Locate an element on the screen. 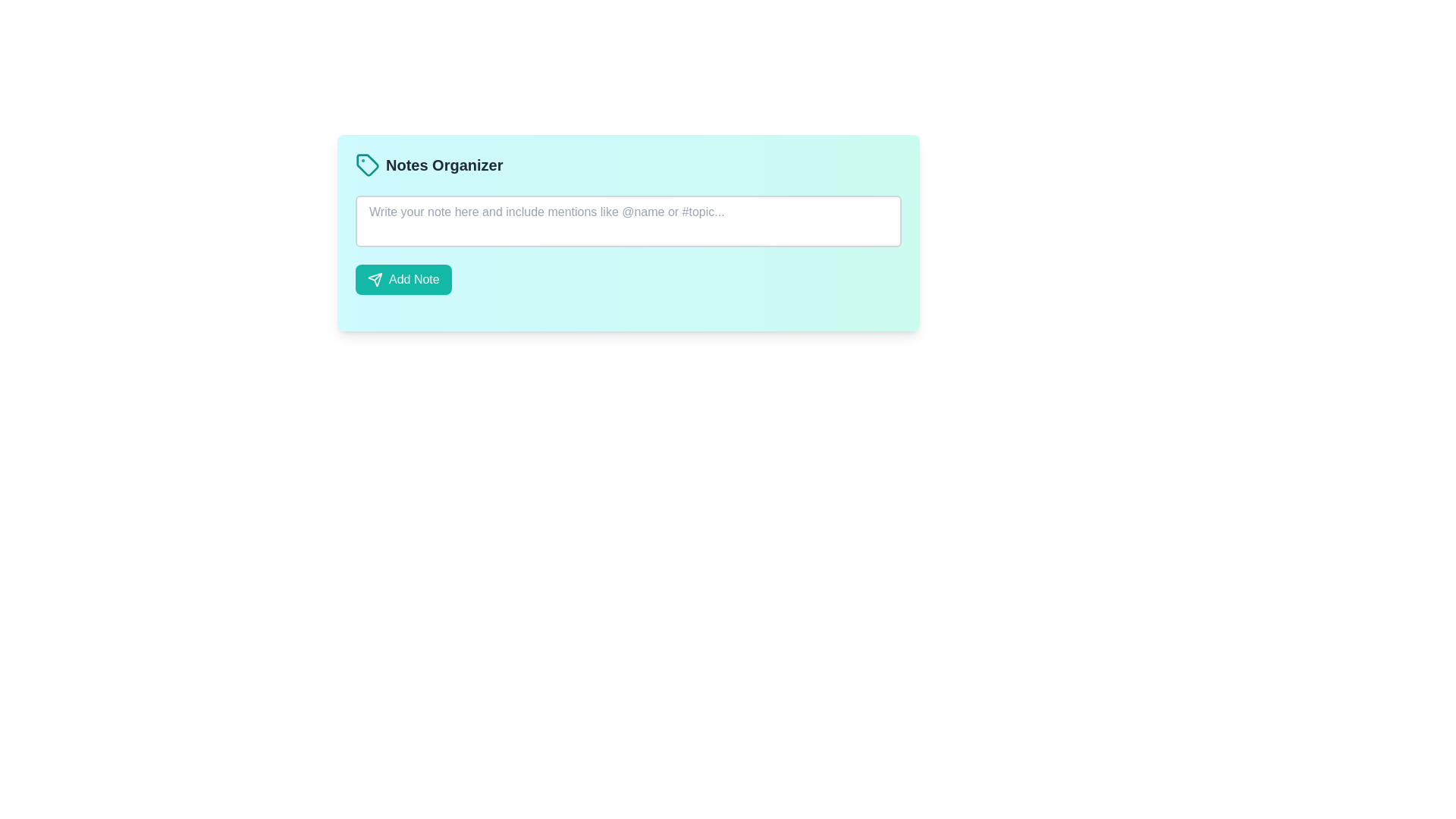 The height and width of the screenshot is (819, 1456). vector graphic within the 'Add Note' button's SVG, which symbolizes a featured action such as sending or adding an item is located at coordinates (378, 277).